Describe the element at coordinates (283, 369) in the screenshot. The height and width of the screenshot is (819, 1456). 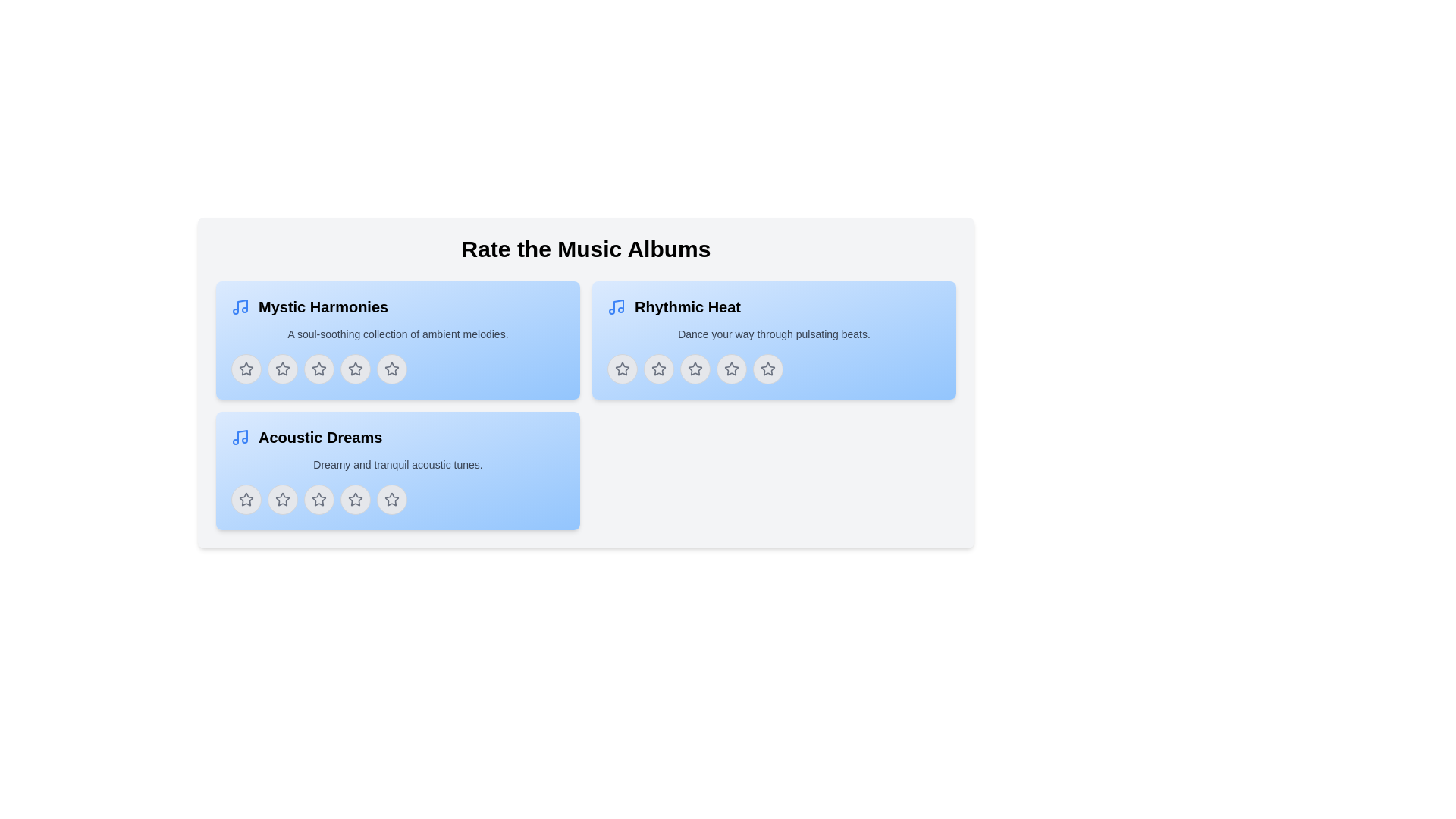
I see `the pointer over the second star-shaped rating icon in the 'Mystic Harmonies' section` at that location.